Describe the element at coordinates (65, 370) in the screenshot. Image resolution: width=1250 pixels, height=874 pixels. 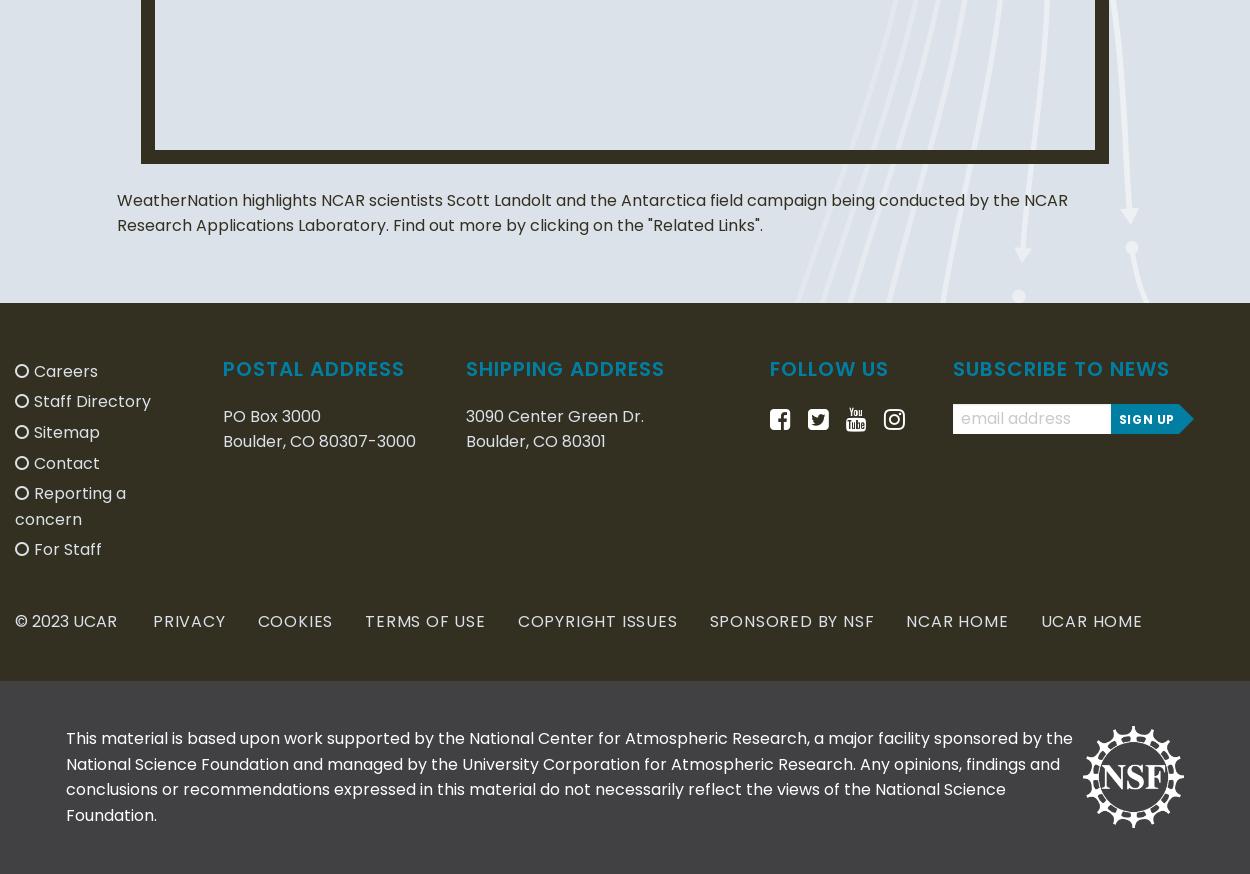
I see `'Careers'` at that location.